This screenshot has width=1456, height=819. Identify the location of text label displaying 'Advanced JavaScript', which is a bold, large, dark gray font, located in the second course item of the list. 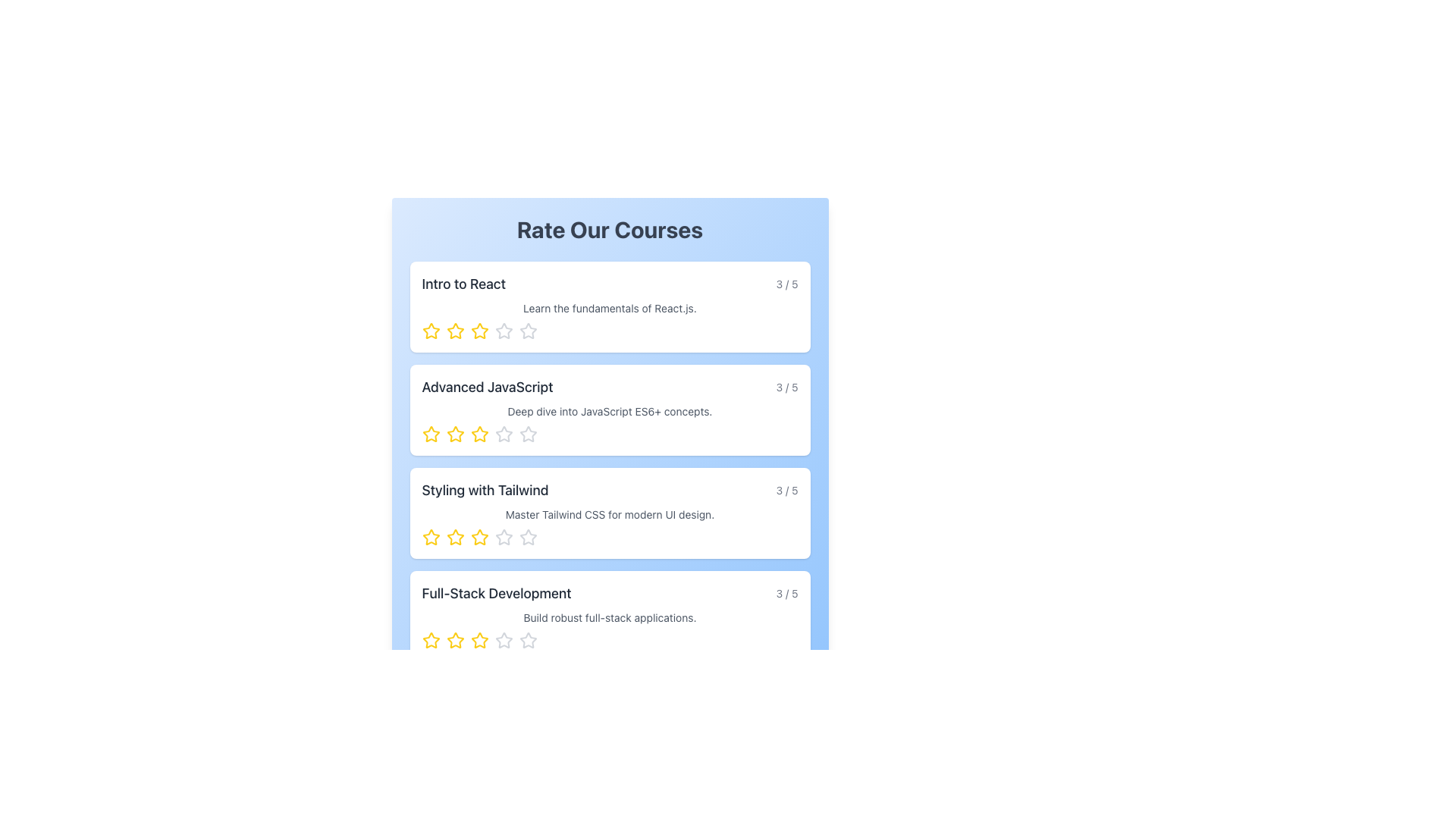
(488, 386).